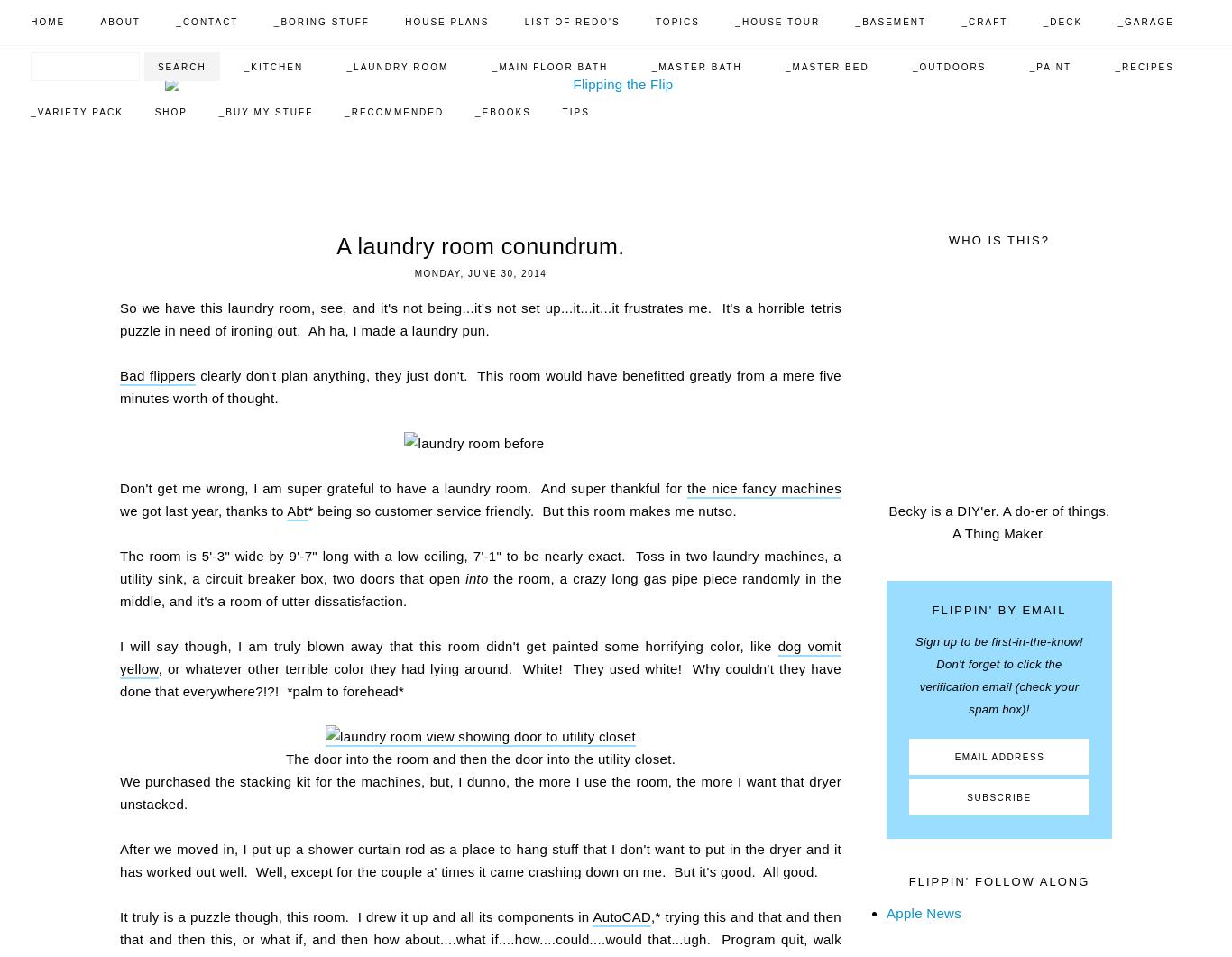 Image resolution: width=1232 pixels, height=957 pixels. Describe the element at coordinates (481, 793) in the screenshot. I see `'We purchased the stacking kit for the machines, but, I dunno, the more I use the room, the more I want that dryer unstacked.'` at that location.